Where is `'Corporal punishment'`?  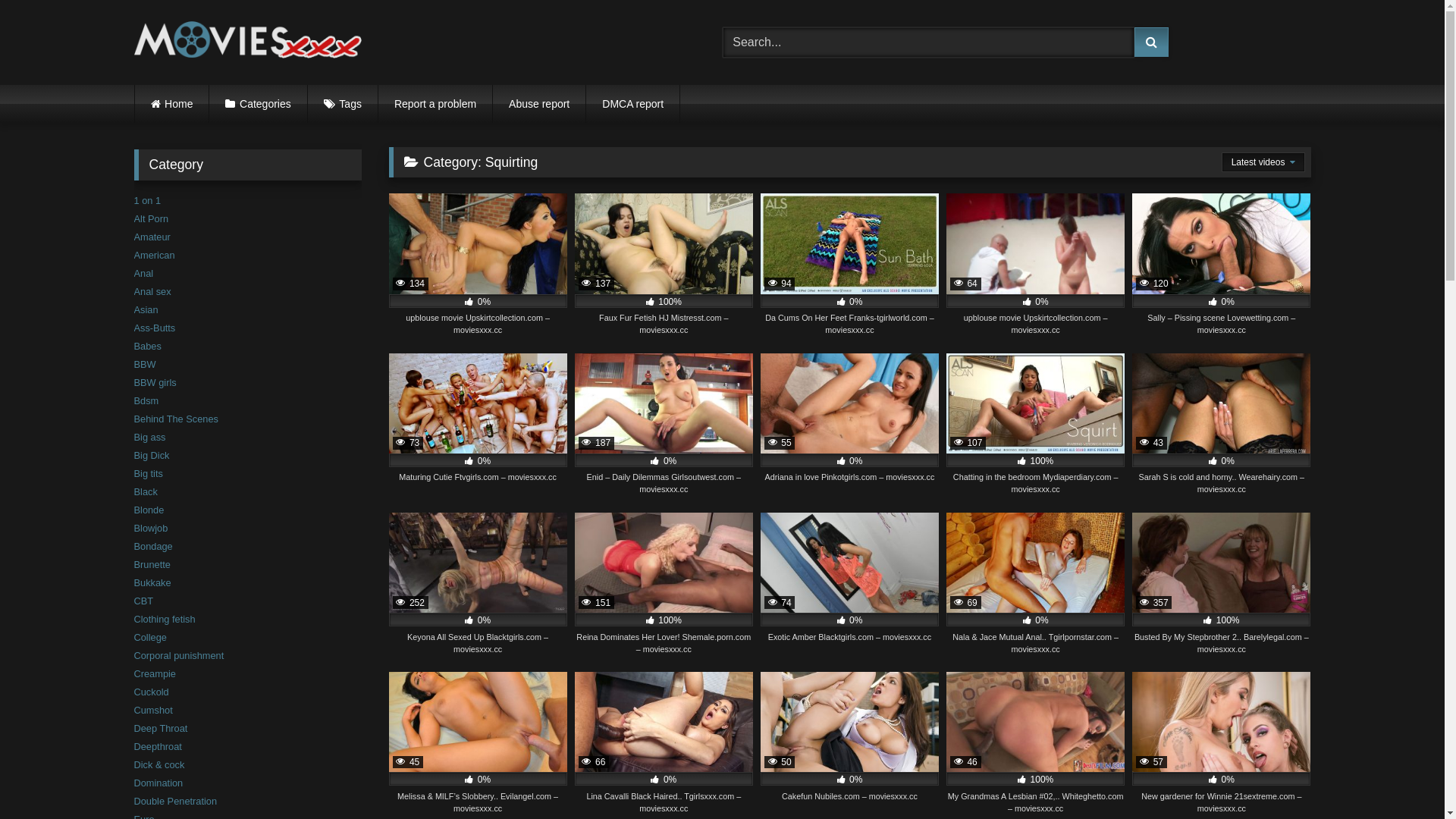
'Corporal punishment' is located at coordinates (178, 654).